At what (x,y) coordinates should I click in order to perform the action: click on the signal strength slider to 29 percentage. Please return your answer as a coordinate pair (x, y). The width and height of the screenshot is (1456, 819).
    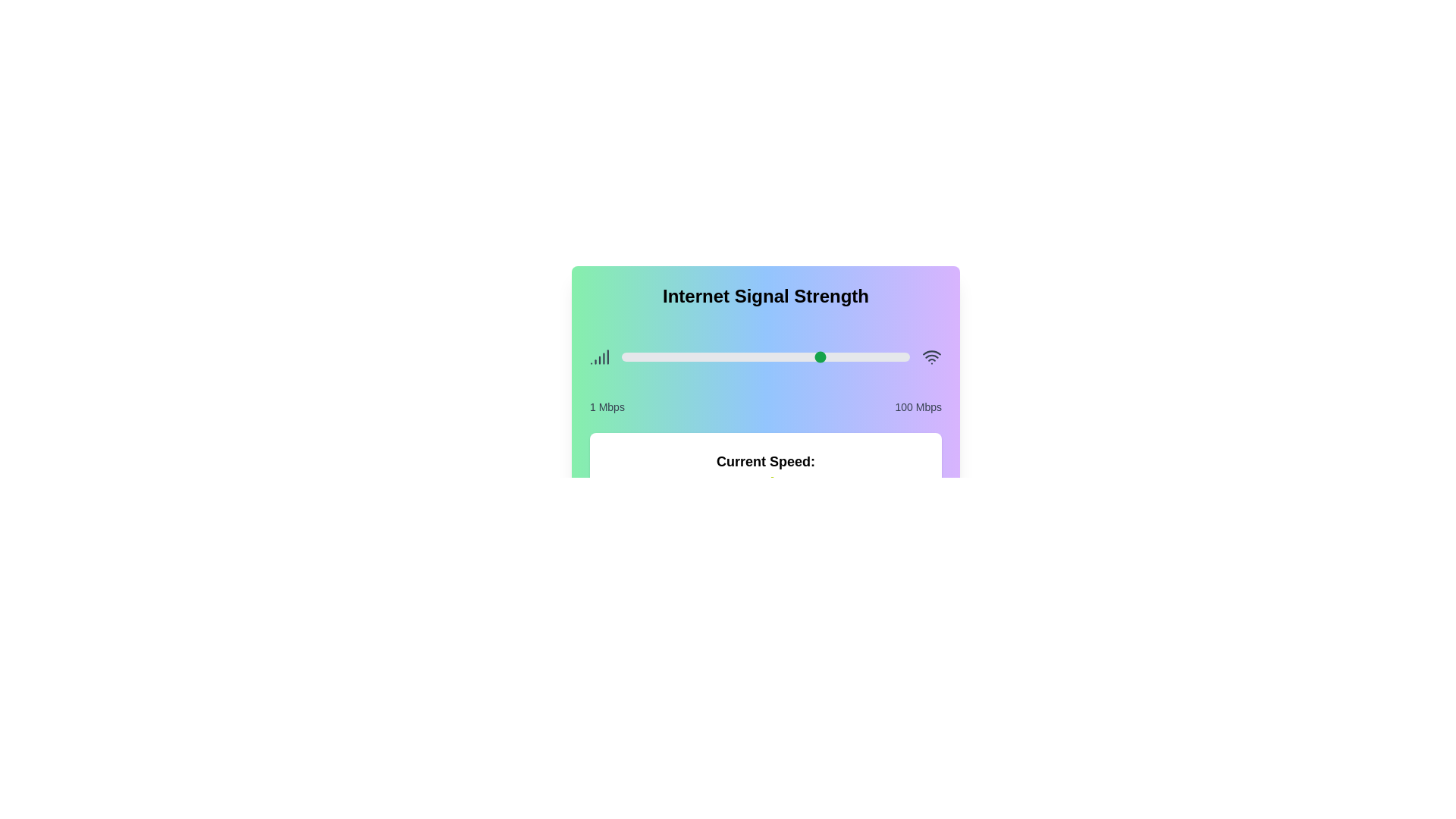
    Looking at the image, I should click on (704, 356).